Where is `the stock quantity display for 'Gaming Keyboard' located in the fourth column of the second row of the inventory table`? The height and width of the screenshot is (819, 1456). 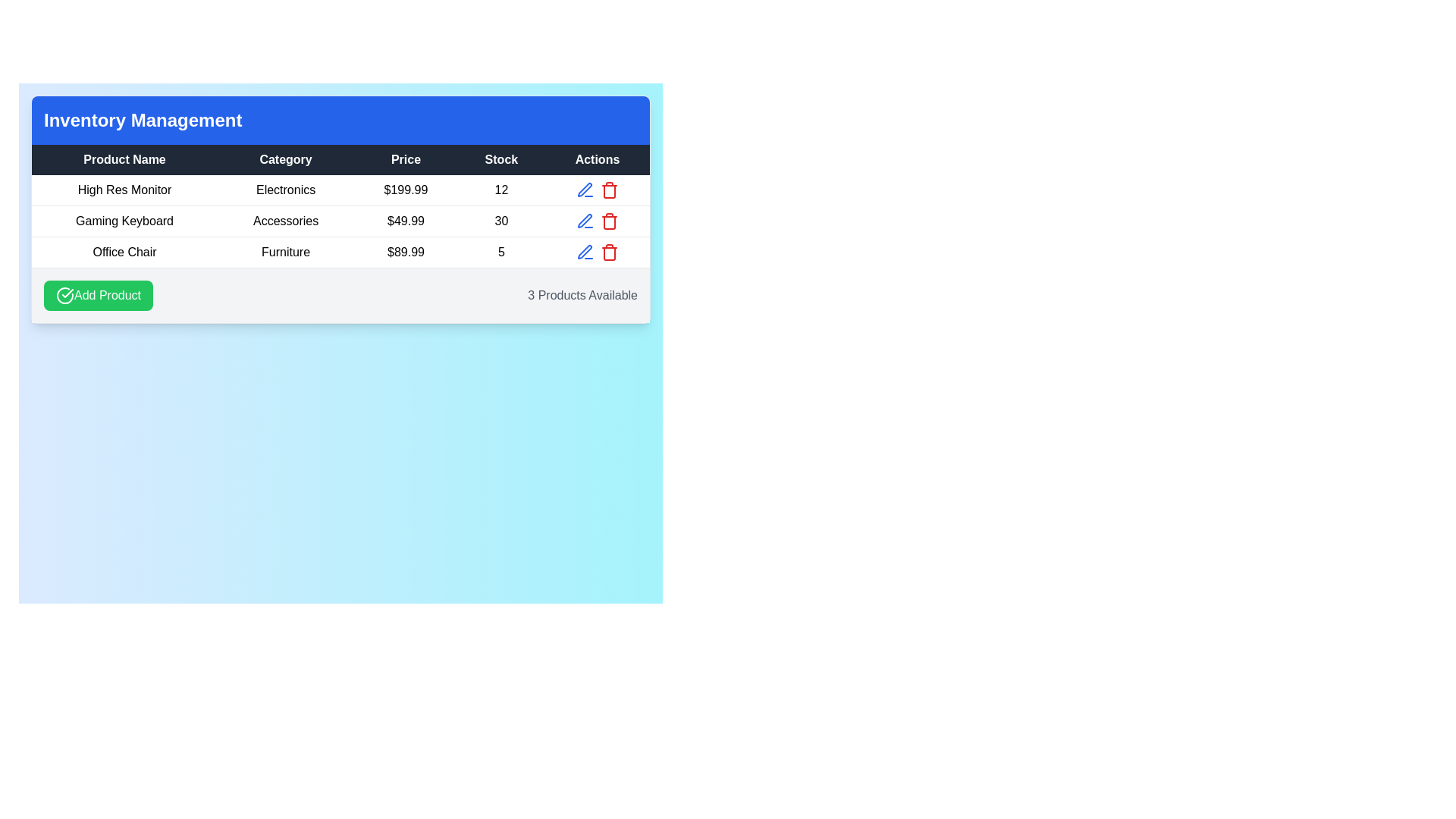 the stock quantity display for 'Gaming Keyboard' located in the fourth column of the second row of the inventory table is located at coordinates (501, 221).